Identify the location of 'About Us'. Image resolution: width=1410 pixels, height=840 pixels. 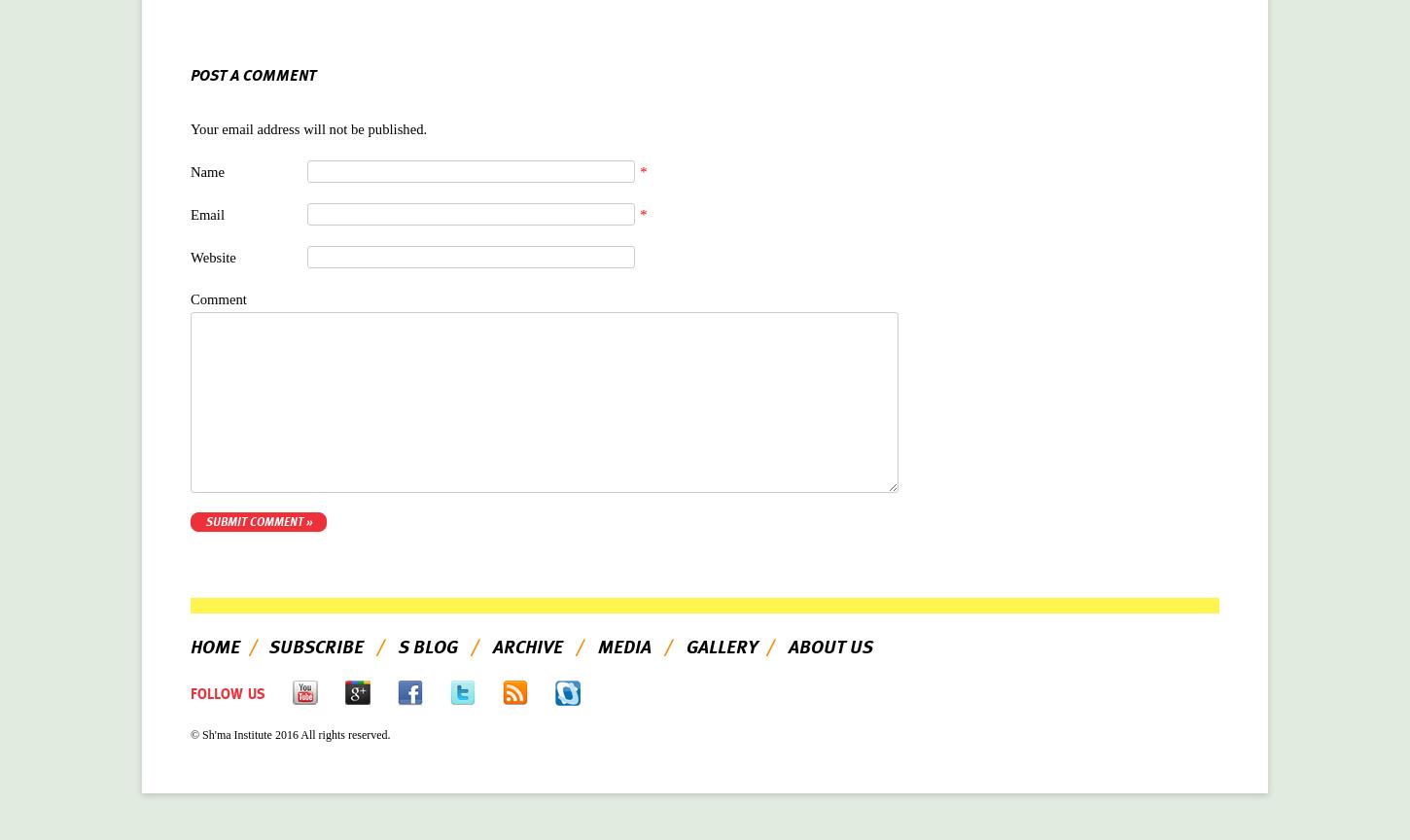
(829, 647).